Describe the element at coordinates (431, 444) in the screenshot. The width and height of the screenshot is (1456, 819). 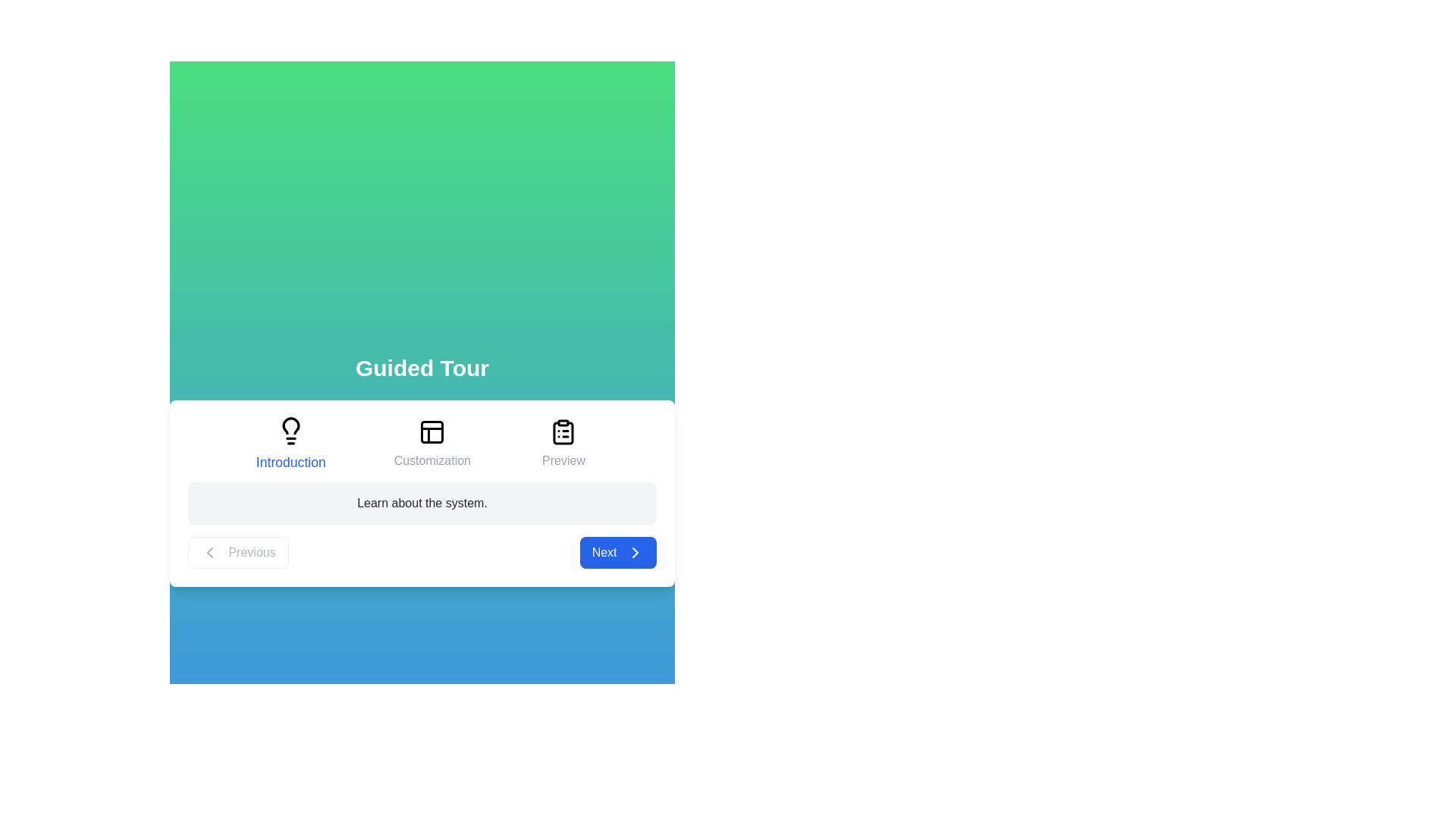
I see `the title or icon of the step Customization to navigate to it` at that location.